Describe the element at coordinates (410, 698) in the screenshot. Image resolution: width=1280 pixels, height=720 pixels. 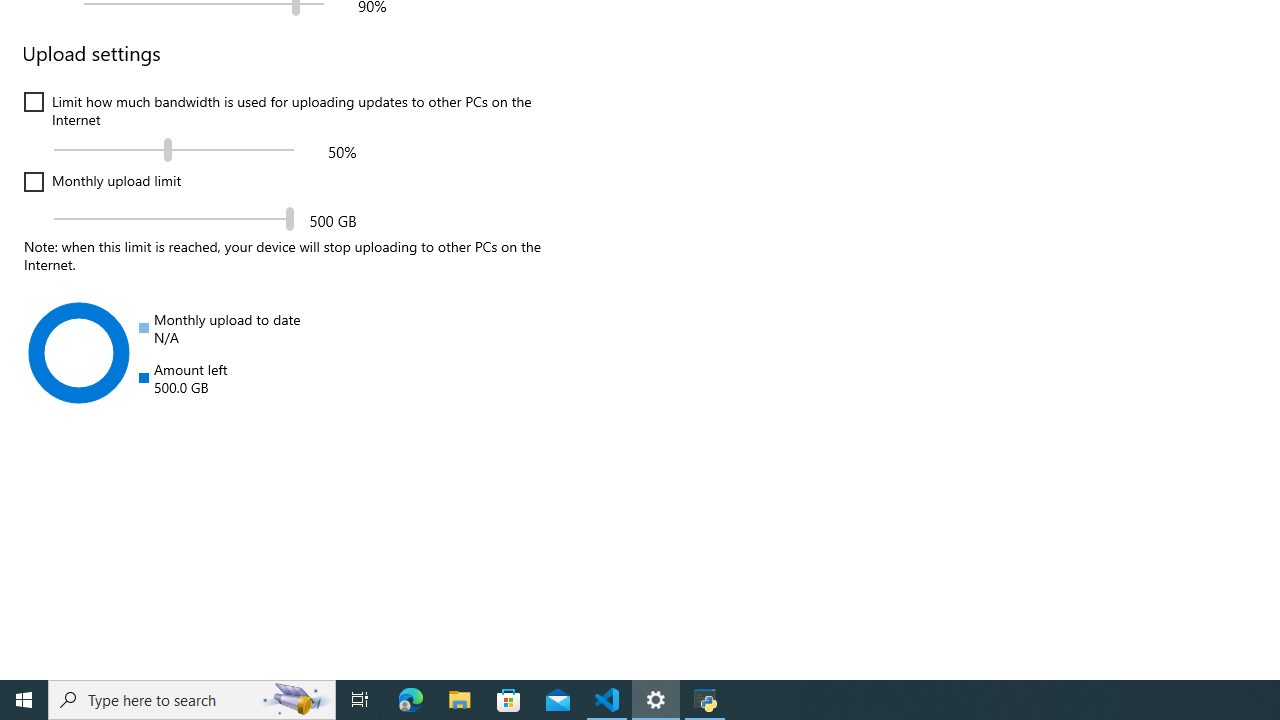
I see `'Microsoft Edge'` at that location.